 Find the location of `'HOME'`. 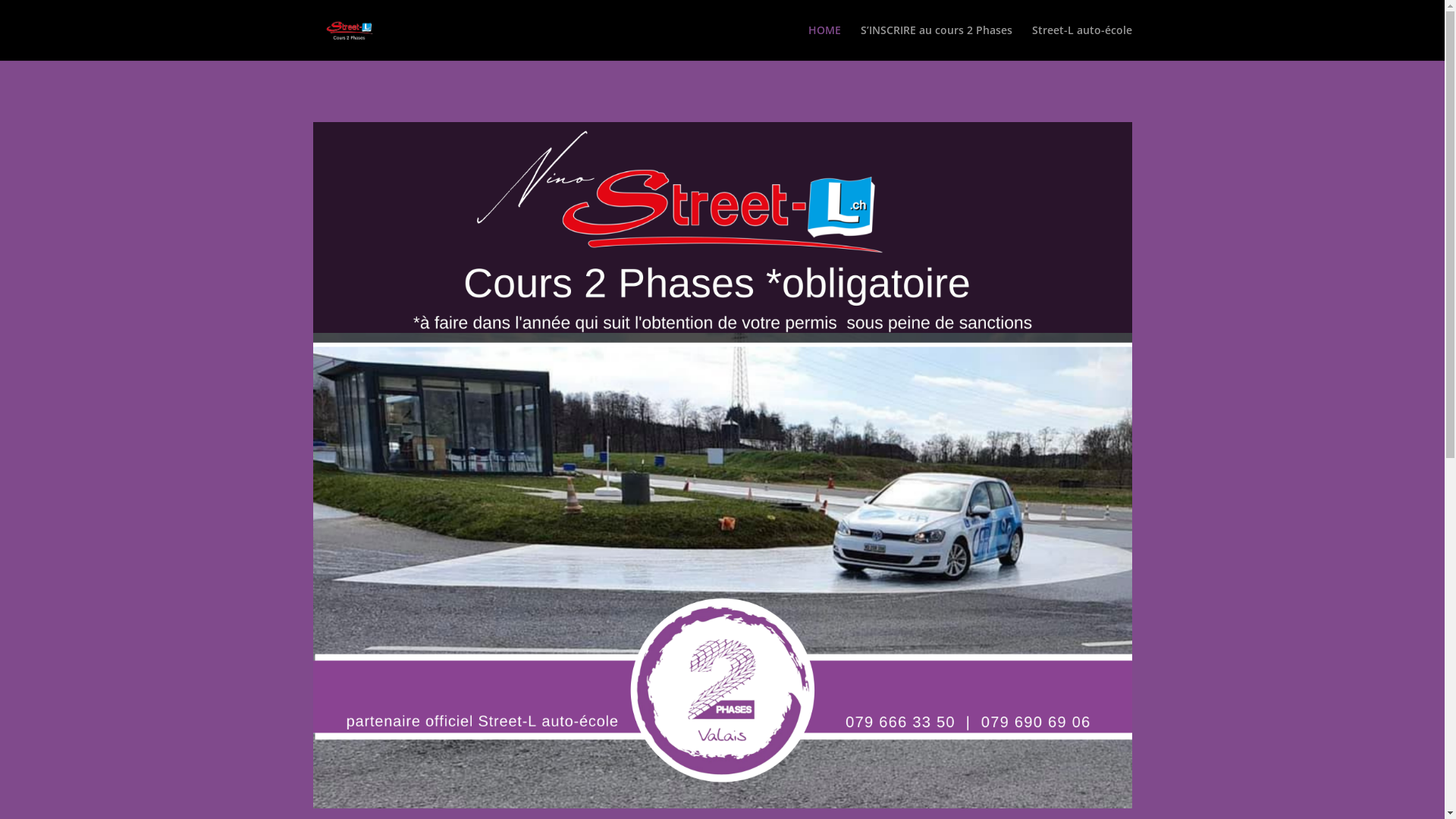

'HOME' is located at coordinates (824, 42).